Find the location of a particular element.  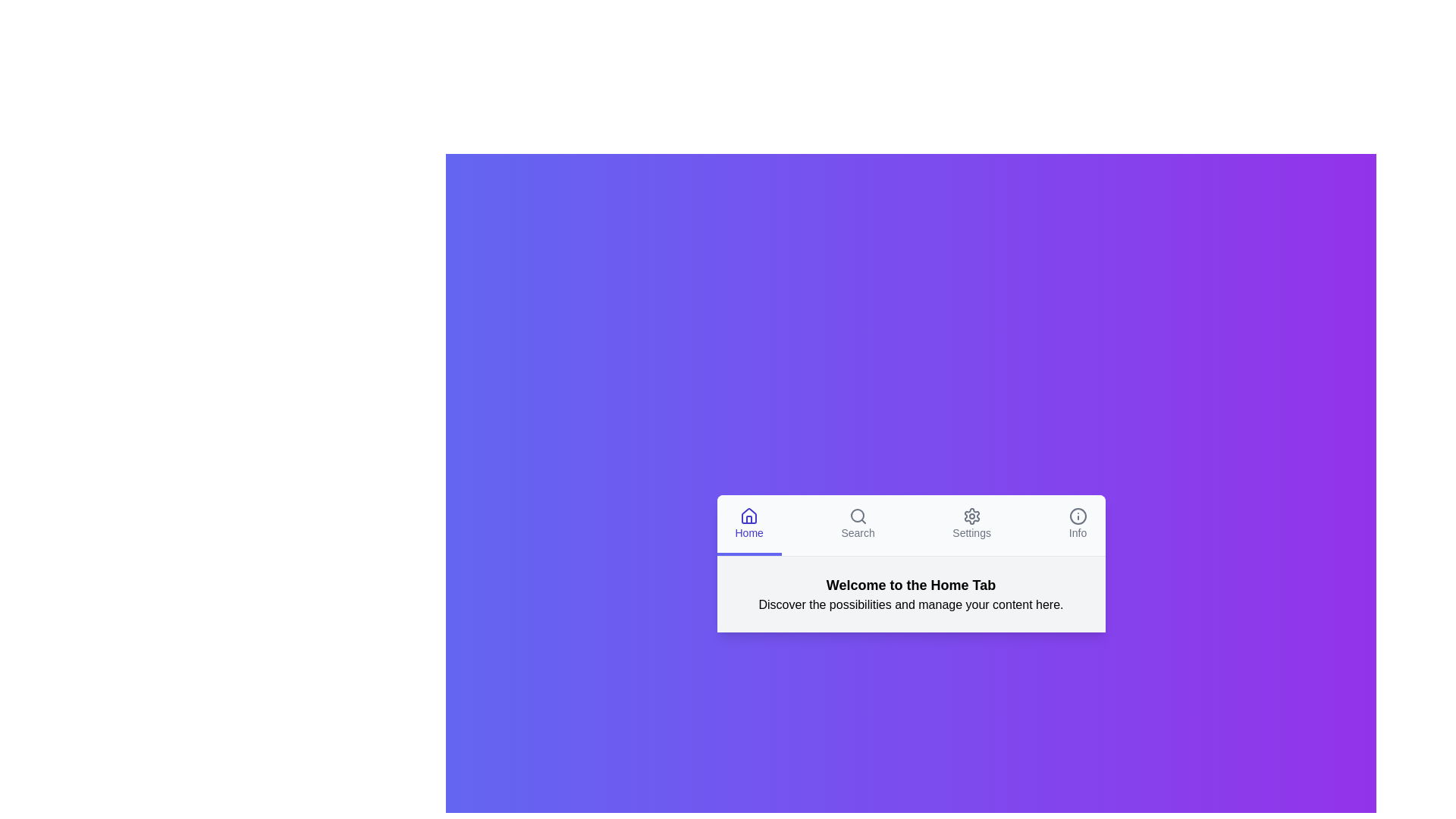

the informational text label located at the bottom-right corner of the interface, which is the last element in the navigational bar following 'Home,' 'Search,' and 'Settings.' is located at coordinates (1077, 532).